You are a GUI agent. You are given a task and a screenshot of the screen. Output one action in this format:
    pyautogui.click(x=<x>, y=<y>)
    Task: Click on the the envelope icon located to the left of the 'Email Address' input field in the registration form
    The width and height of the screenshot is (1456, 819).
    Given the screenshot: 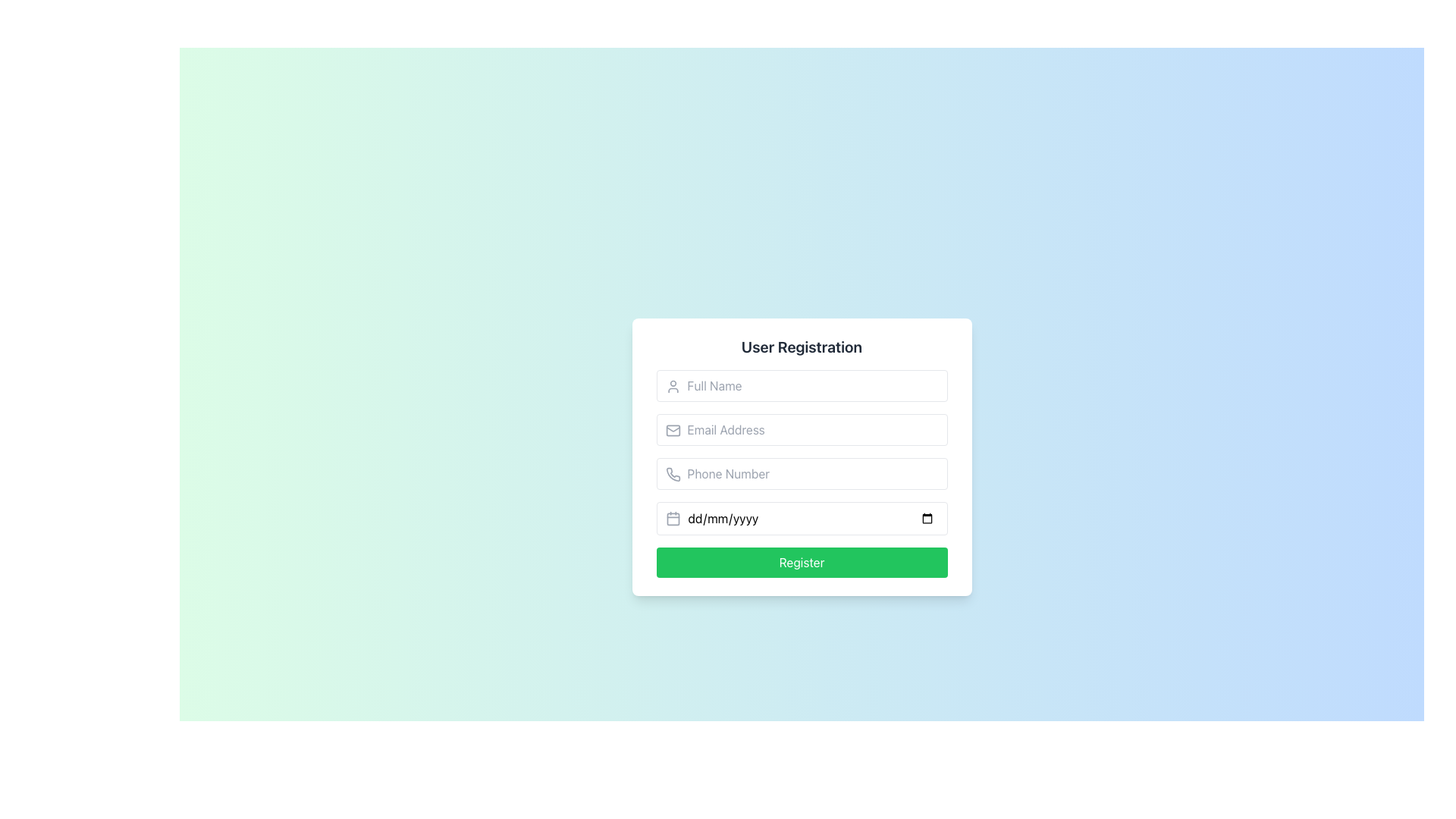 What is the action you would take?
    pyautogui.click(x=672, y=430)
    